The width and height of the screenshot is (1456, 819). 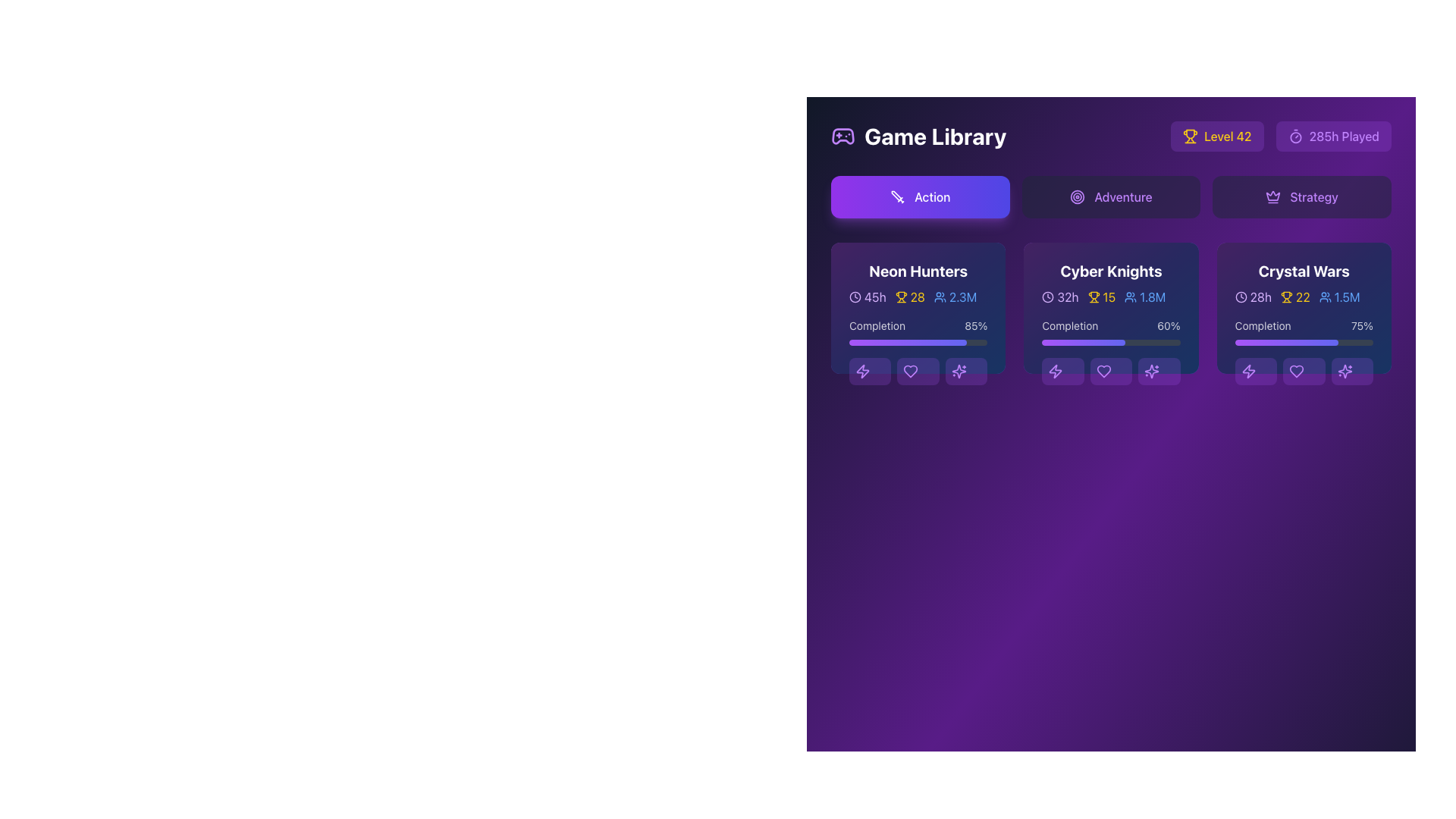 What do you see at coordinates (1055, 371) in the screenshot?
I see `the button in the bottom-left corner of the second card in the horizontal triplet of cards in the 'Cyber Knights' game` at bounding box center [1055, 371].